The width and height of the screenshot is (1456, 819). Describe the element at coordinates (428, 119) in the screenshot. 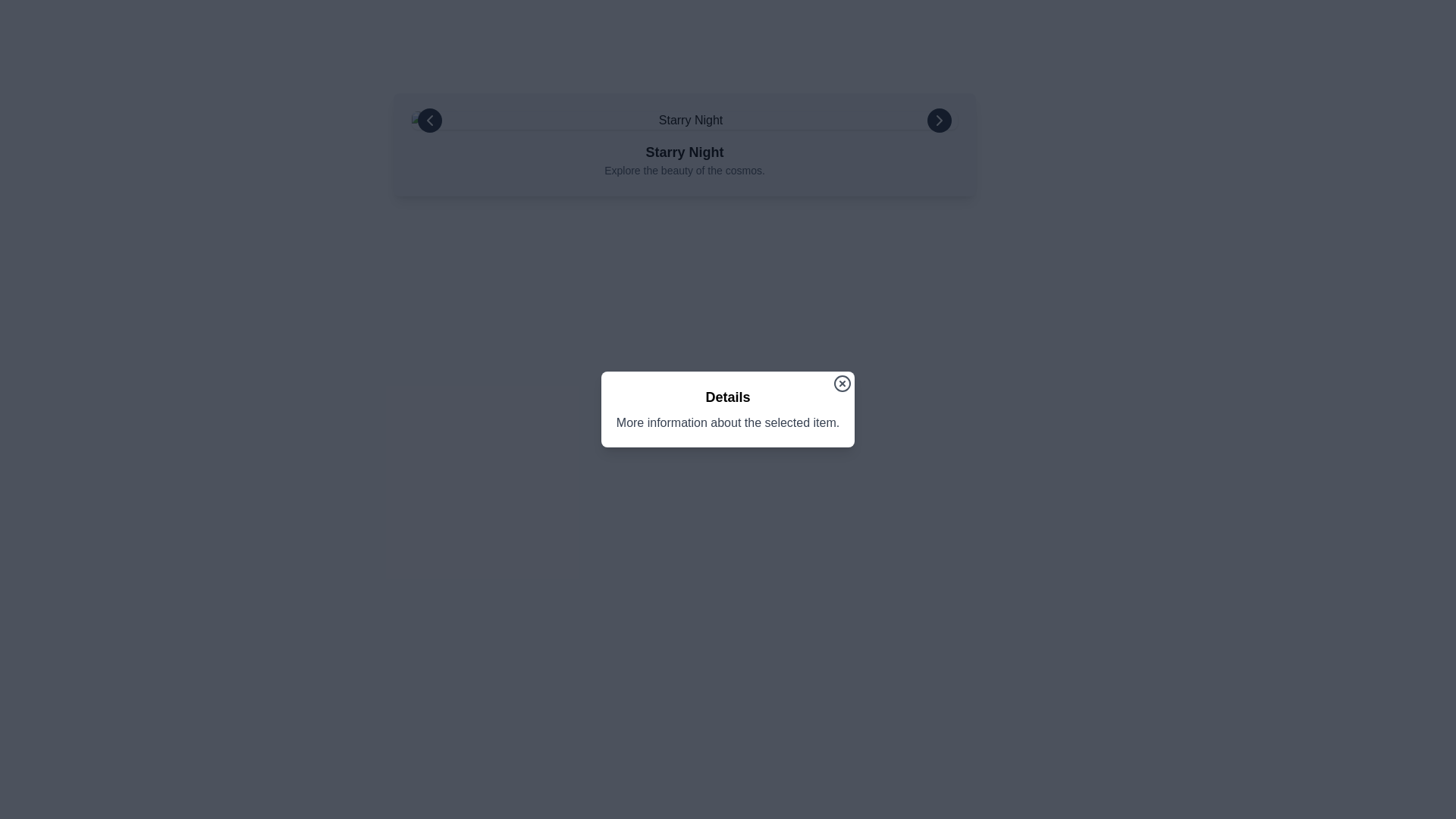

I see `the navigation button located on the left side of the carousel` at that location.